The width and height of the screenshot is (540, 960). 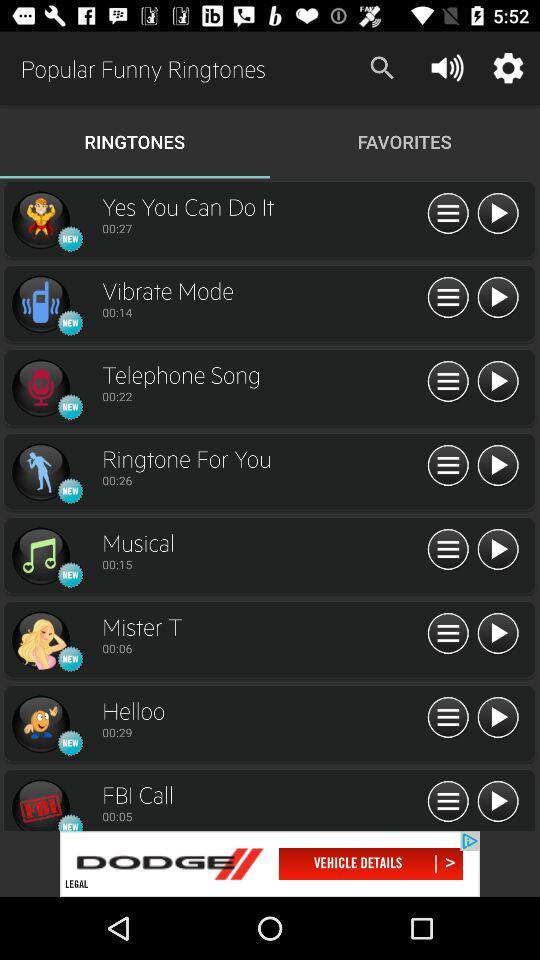 What do you see at coordinates (448, 466) in the screenshot?
I see `list option` at bounding box center [448, 466].